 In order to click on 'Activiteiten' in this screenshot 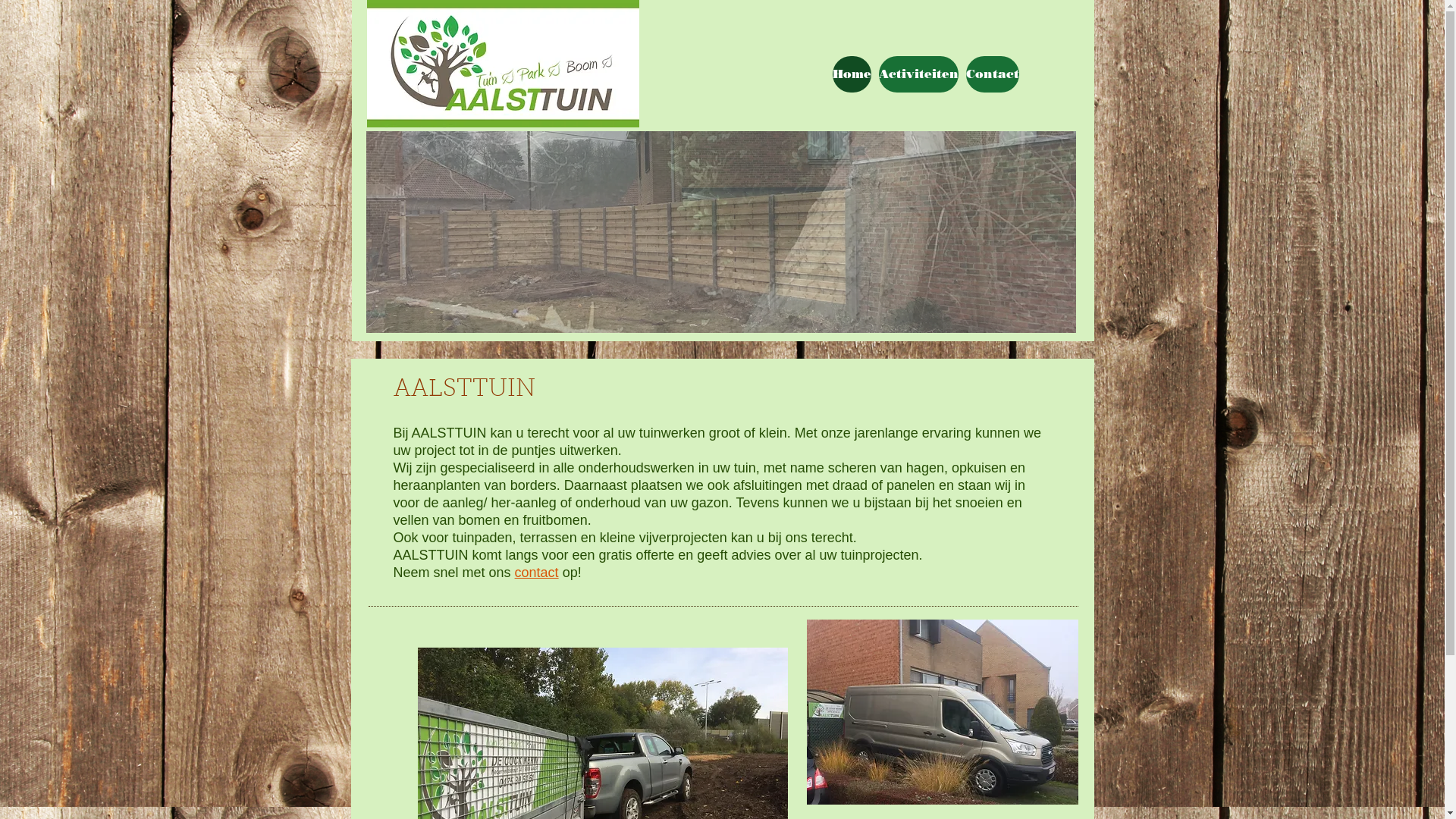, I will do `click(917, 74)`.